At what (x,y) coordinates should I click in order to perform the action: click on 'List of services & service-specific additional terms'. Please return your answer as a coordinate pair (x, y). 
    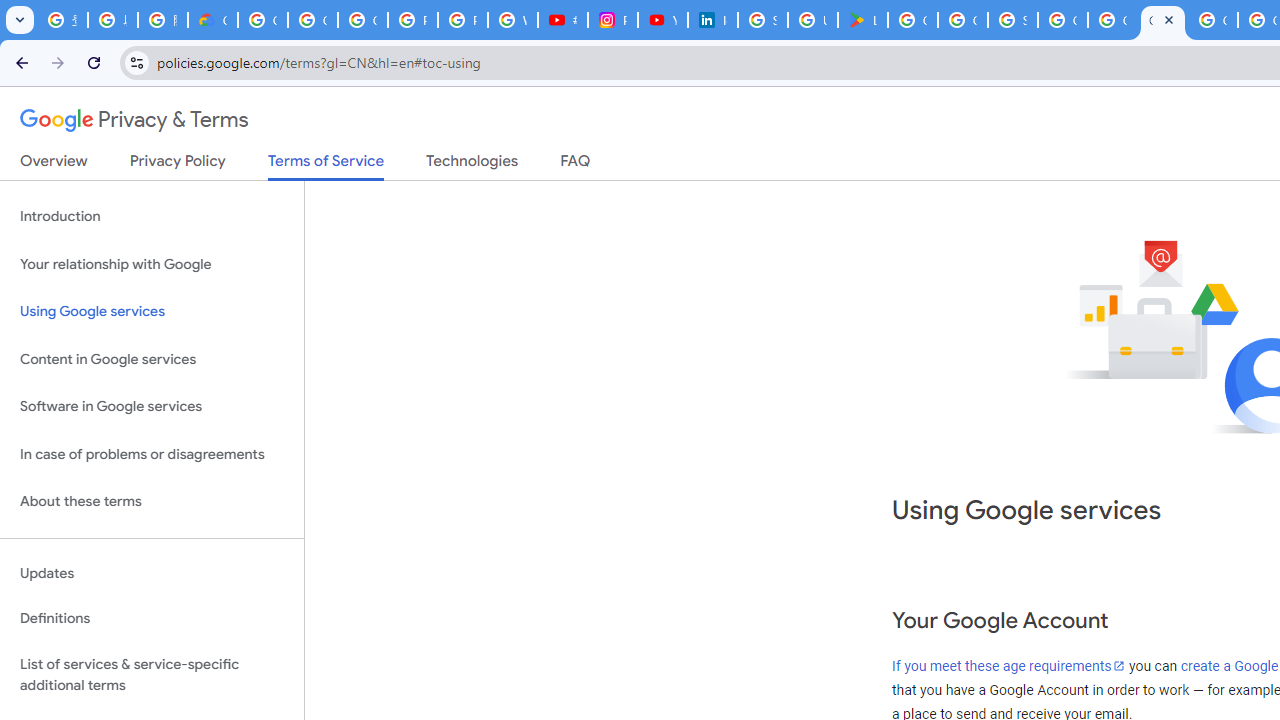
    Looking at the image, I should click on (151, 675).